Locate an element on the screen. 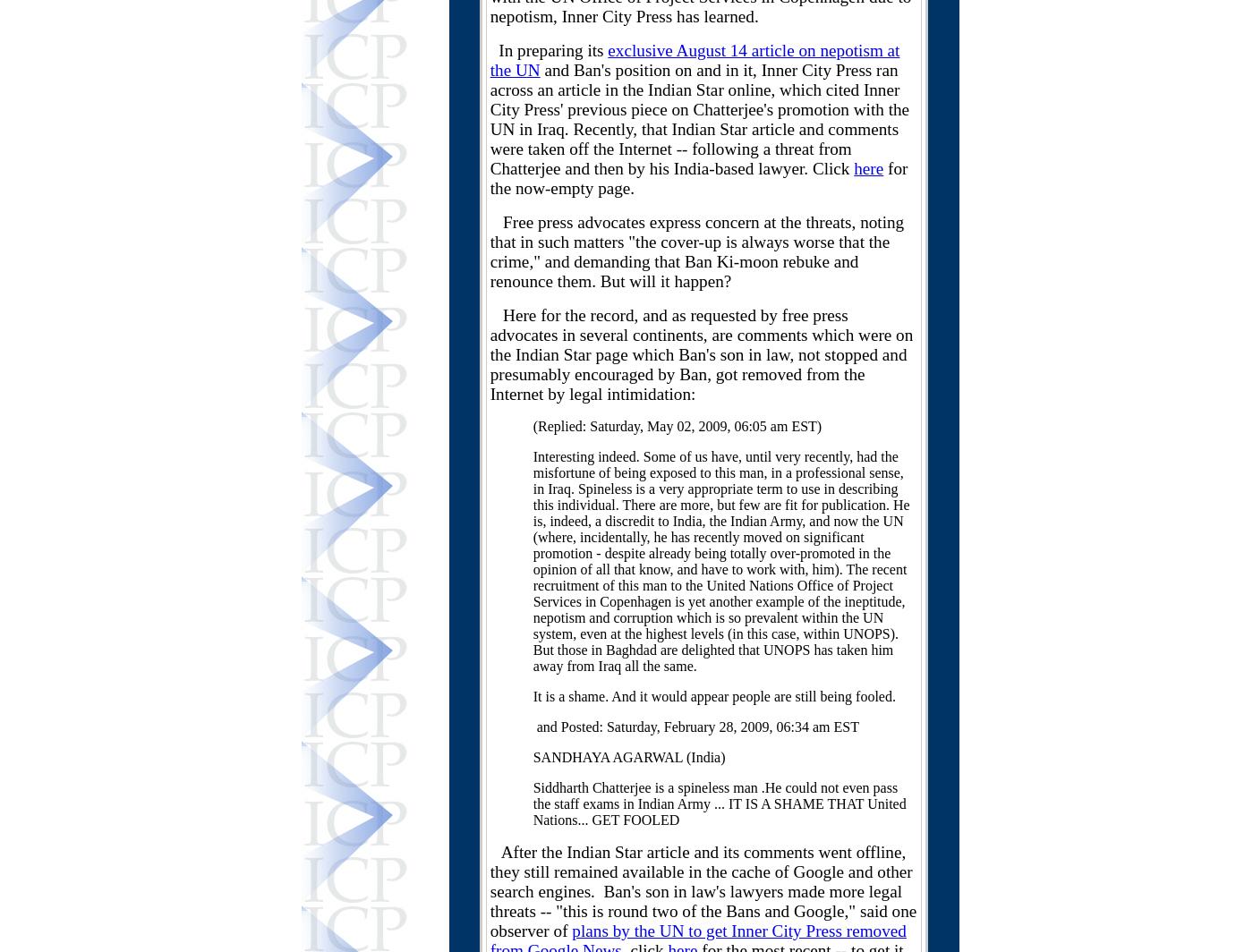 This screenshot has height=952, width=1253. 'Posted:
Saturday, February 28, 2009, 06:34 am EST' is located at coordinates (709, 727).